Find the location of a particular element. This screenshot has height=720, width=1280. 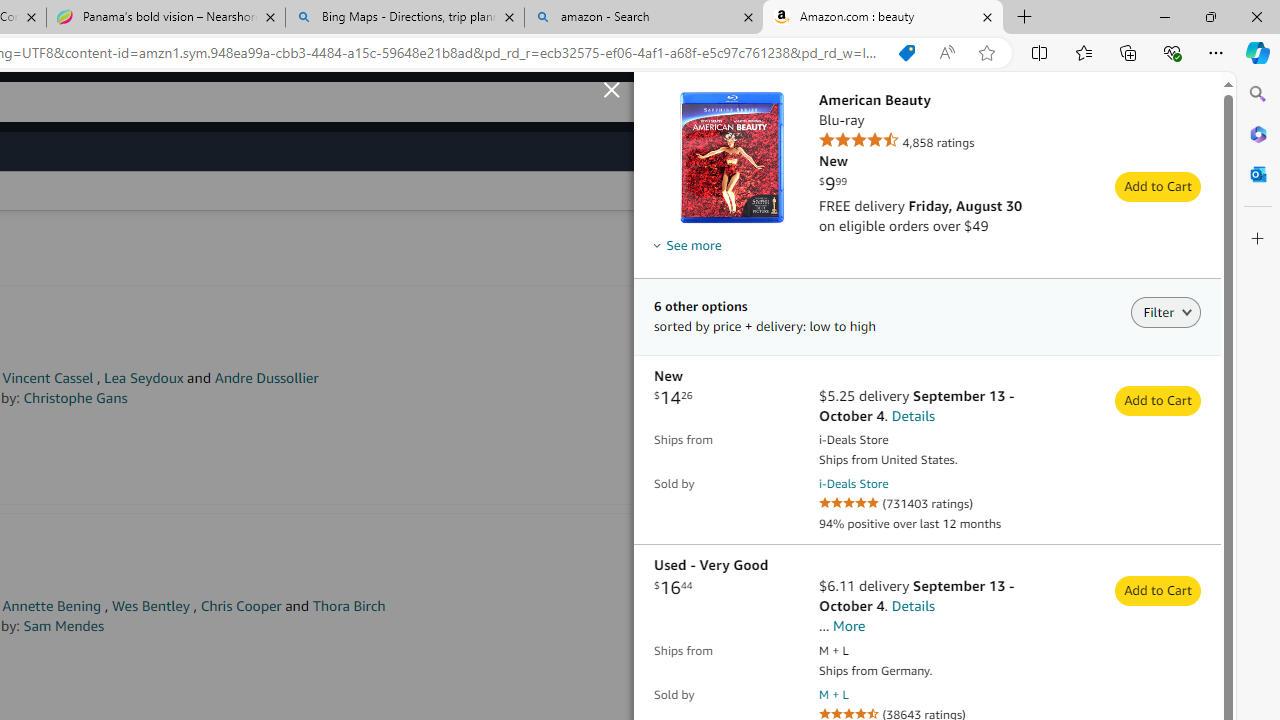

'Andre Dussollier' is located at coordinates (265, 378).